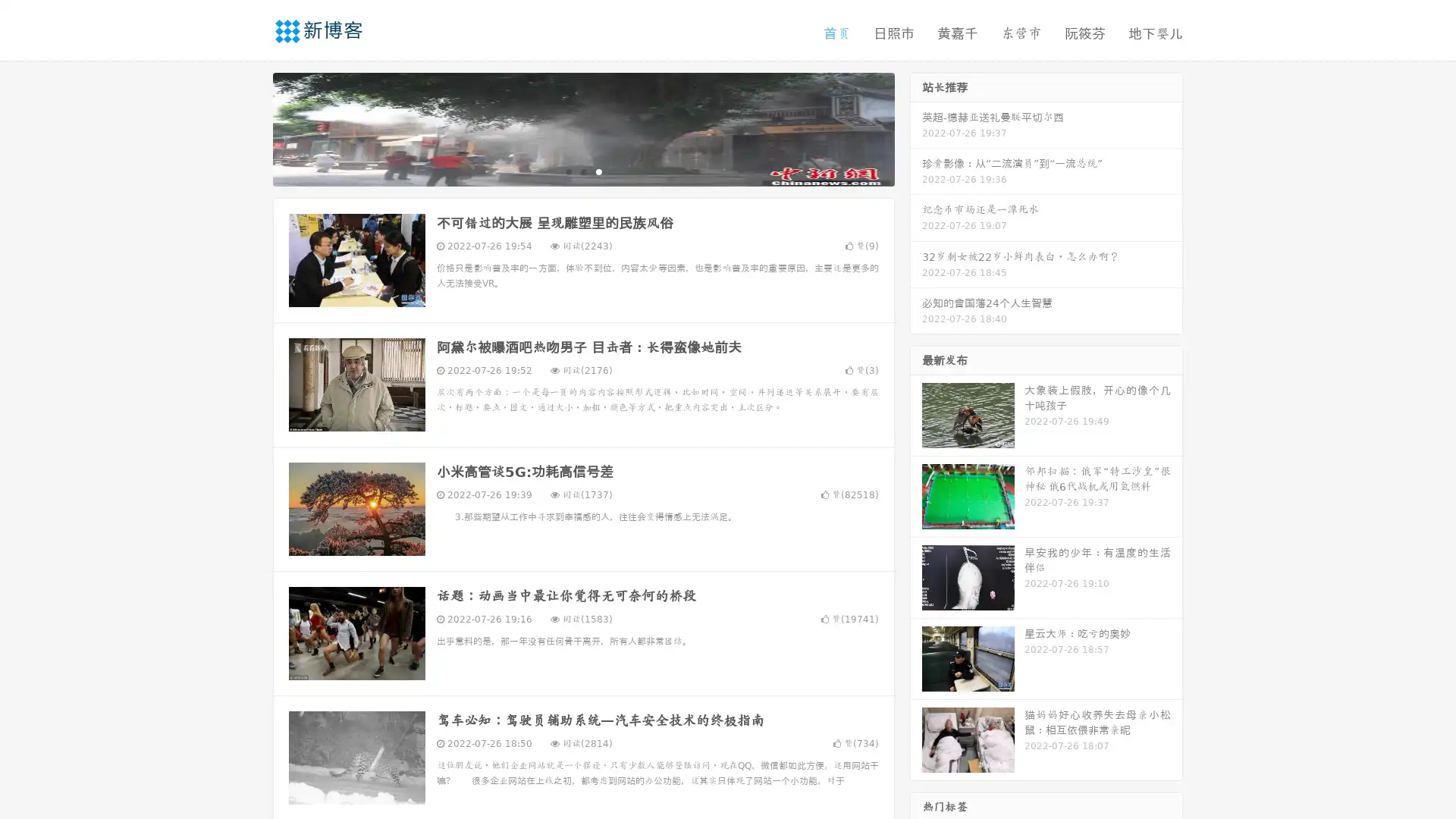 This screenshot has height=819, width=1456. I want to click on Go to slide 3, so click(598, 171).